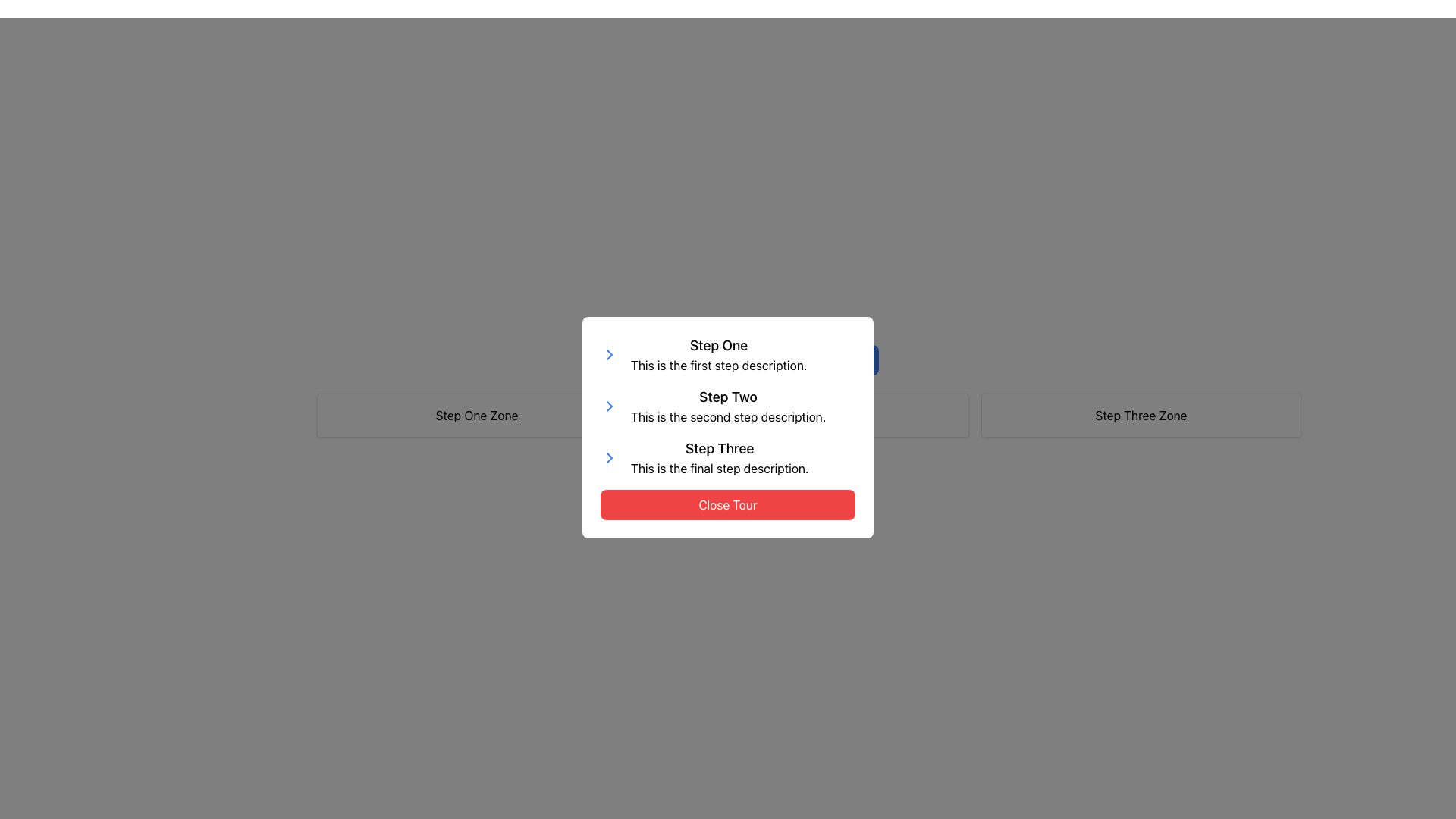  Describe the element at coordinates (728, 505) in the screenshot. I see `the 'Close Tour' button, which is a bright red rectangular button with rounded corners located at the bottom of the modal dialog box` at that location.